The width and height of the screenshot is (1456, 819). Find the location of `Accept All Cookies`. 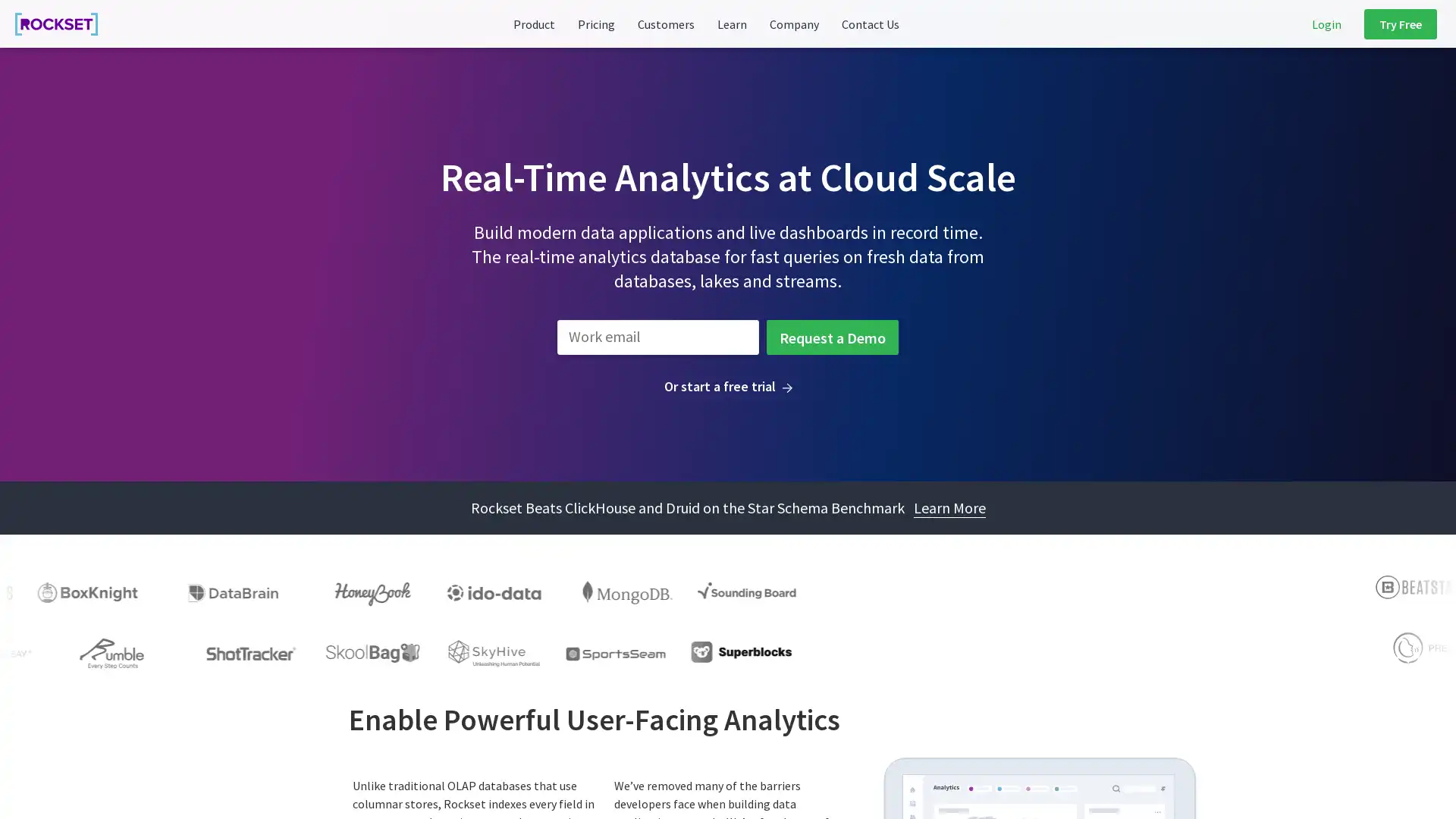

Accept All Cookies is located at coordinates (1168, 789).